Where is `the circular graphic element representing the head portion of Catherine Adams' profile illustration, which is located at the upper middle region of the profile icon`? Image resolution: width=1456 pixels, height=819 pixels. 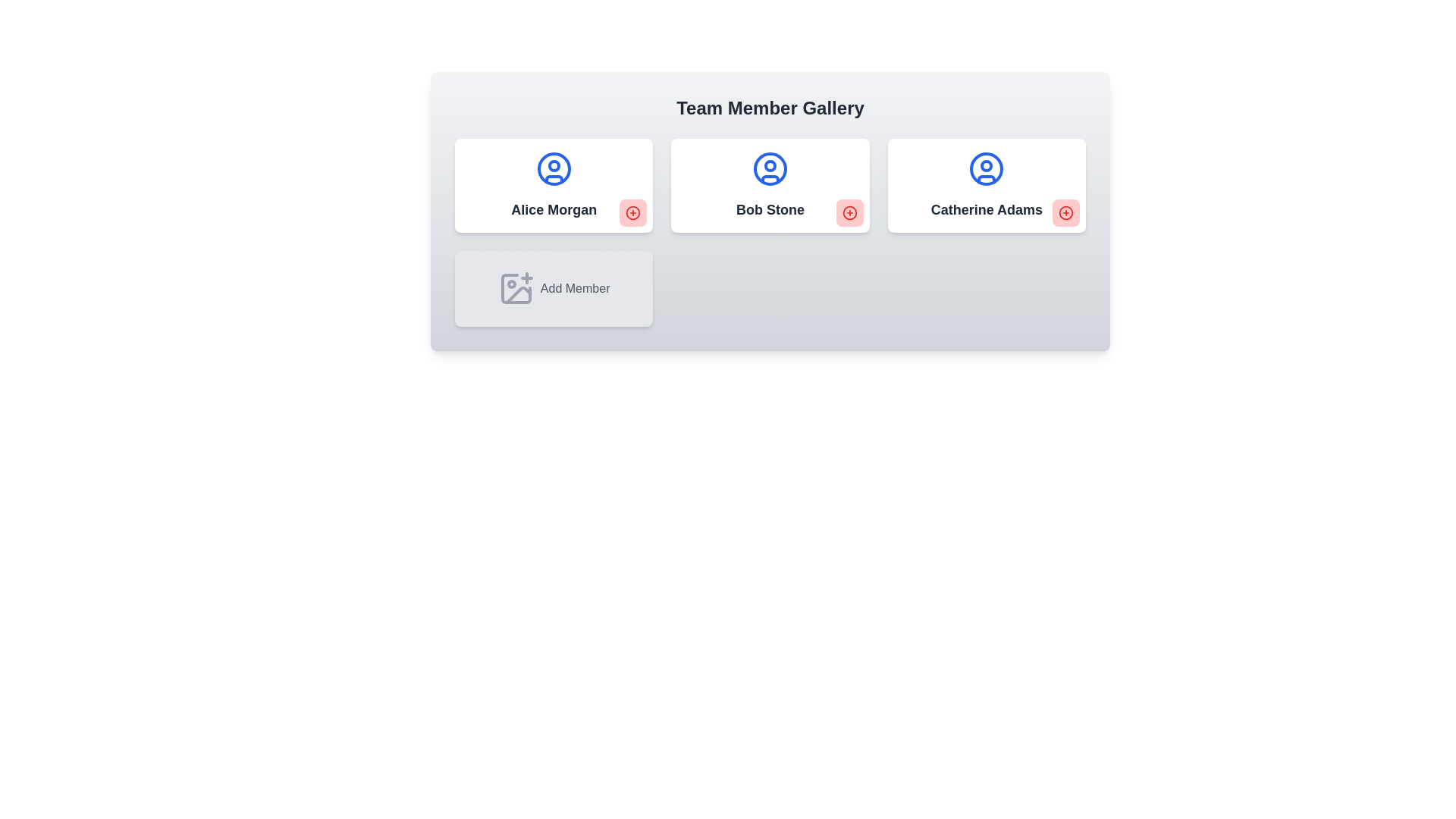
the circular graphic element representing the head portion of Catherine Adams' profile illustration, which is located at the upper middle region of the profile icon is located at coordinates (987, 166).